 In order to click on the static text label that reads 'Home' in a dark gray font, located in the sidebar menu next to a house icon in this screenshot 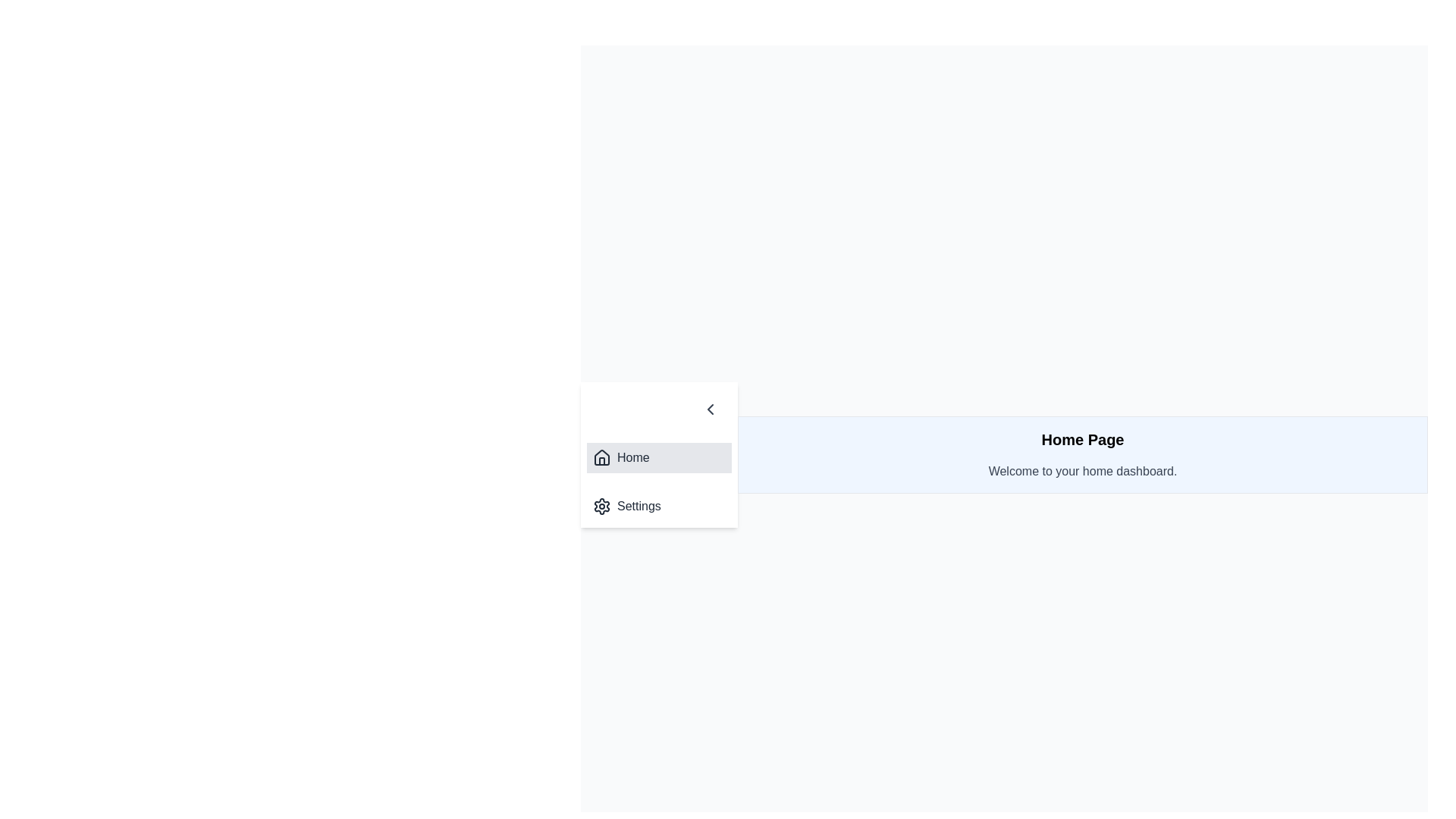, I will do `click(633, 457)`.